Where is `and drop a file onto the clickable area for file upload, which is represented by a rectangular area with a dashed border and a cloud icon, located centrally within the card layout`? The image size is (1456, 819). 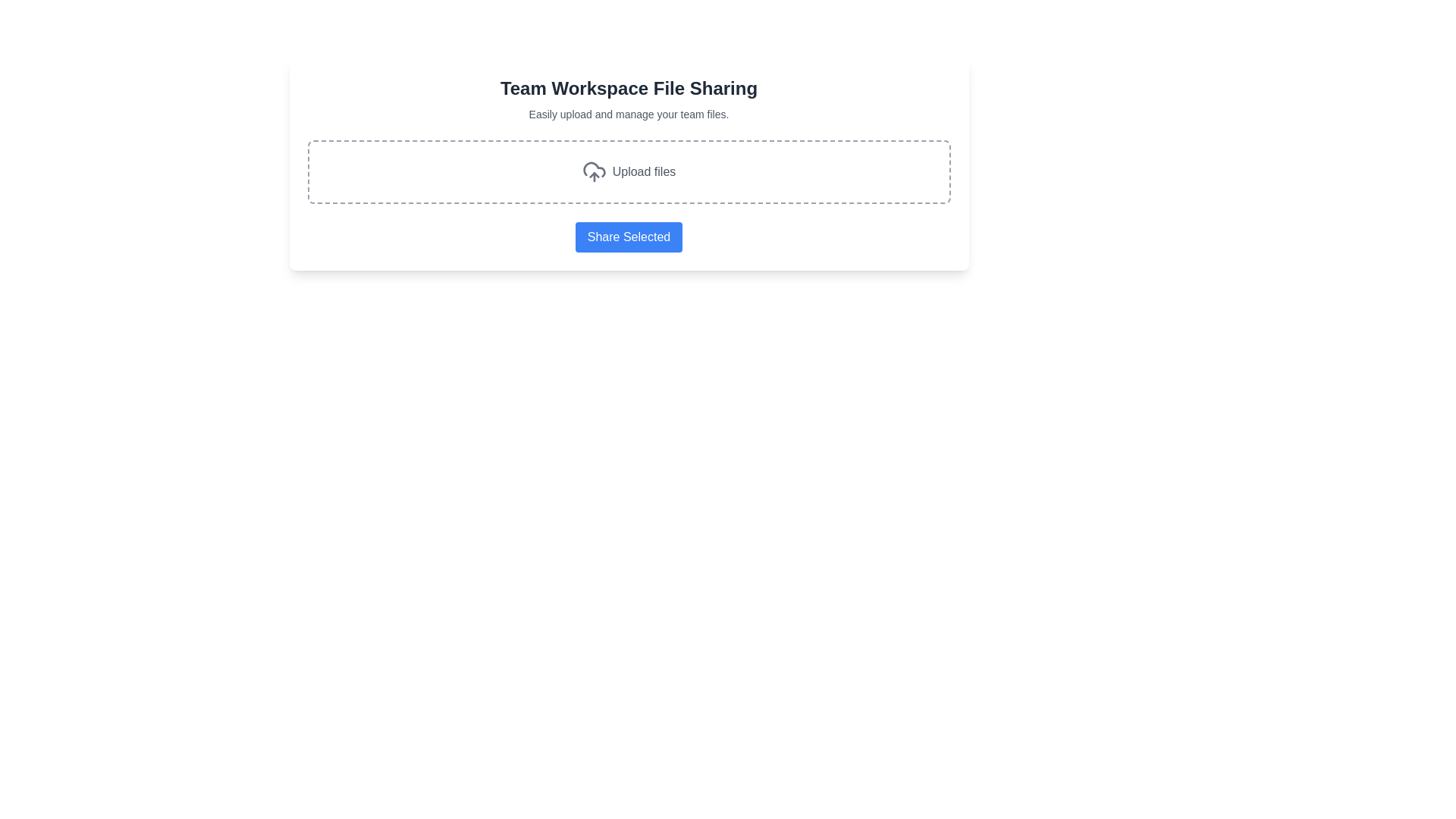
and drop a file onto the clickable area for file upload, which is represented by a rectangular area with a dashed border and a cloud icon, located centrally within the card layout is located at coordinates (629, 171).